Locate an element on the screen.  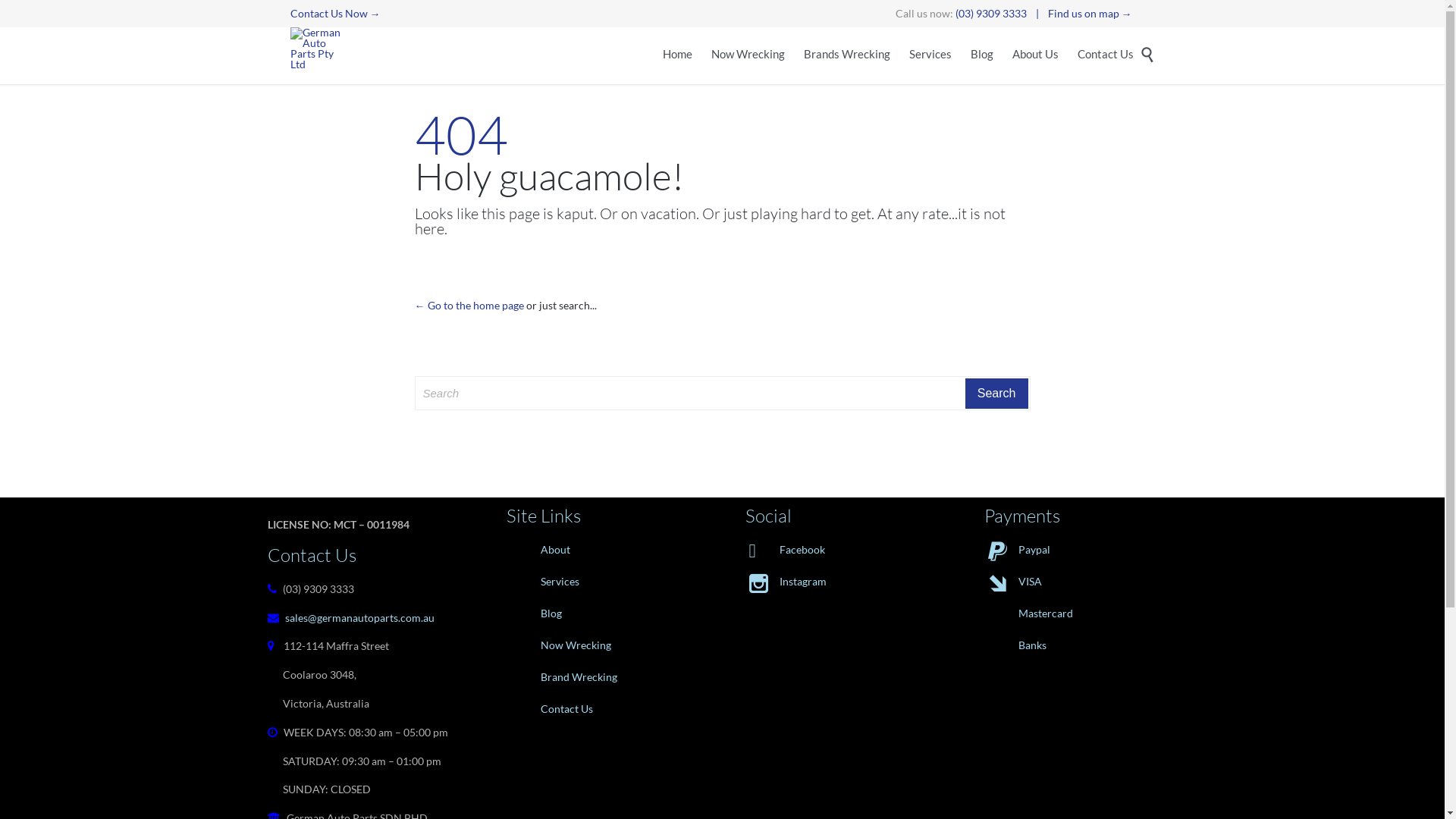
'About' is located at coordinates (601, 550).